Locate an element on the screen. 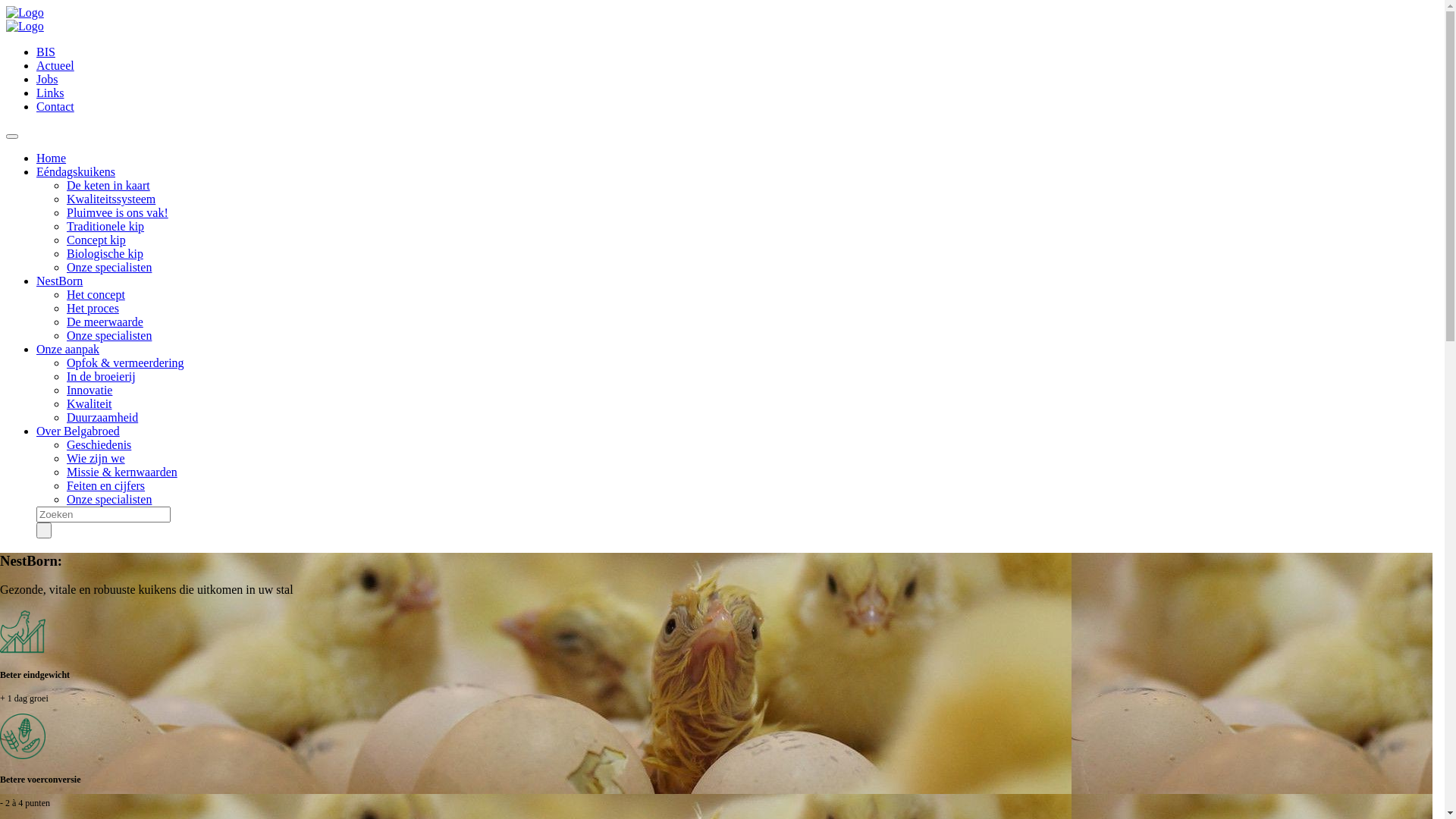 This screenshot has height=819, width=1456. 'Over Belgabroed' is located at coordinates (77, 431).